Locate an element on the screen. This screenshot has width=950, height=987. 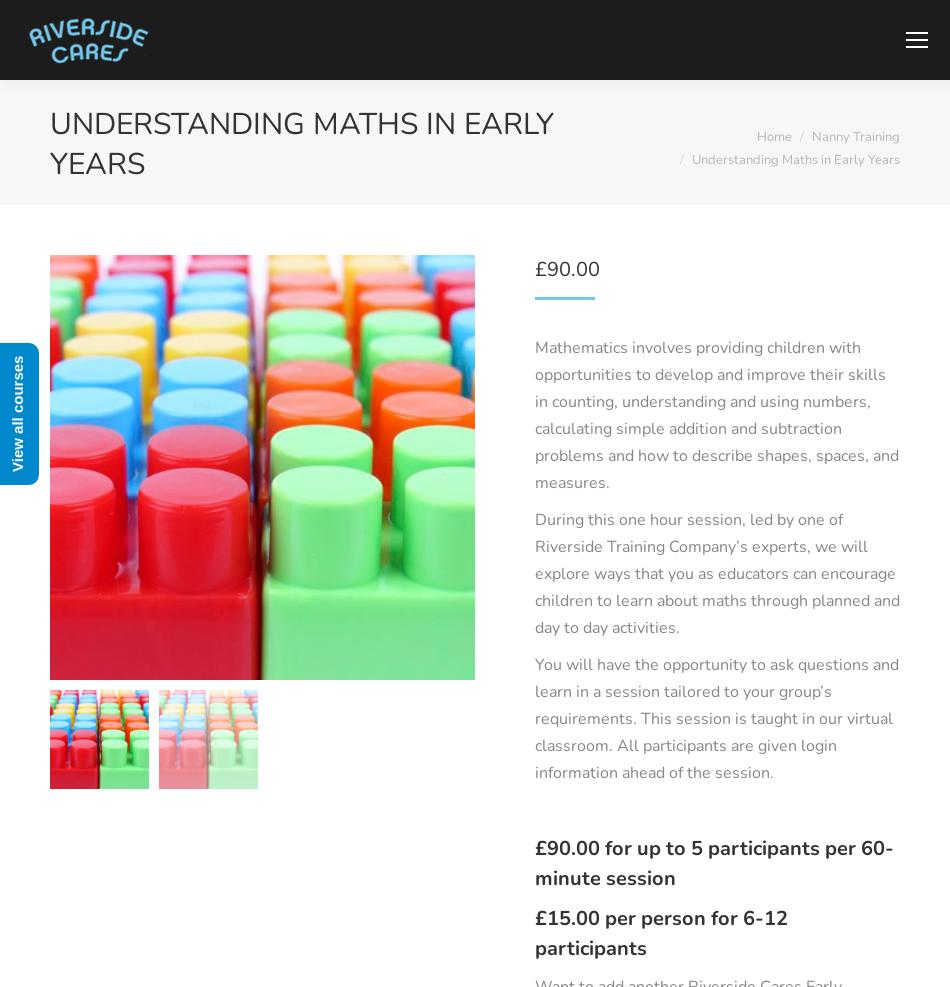
'View all courses' is located at coordinates (17, 413).